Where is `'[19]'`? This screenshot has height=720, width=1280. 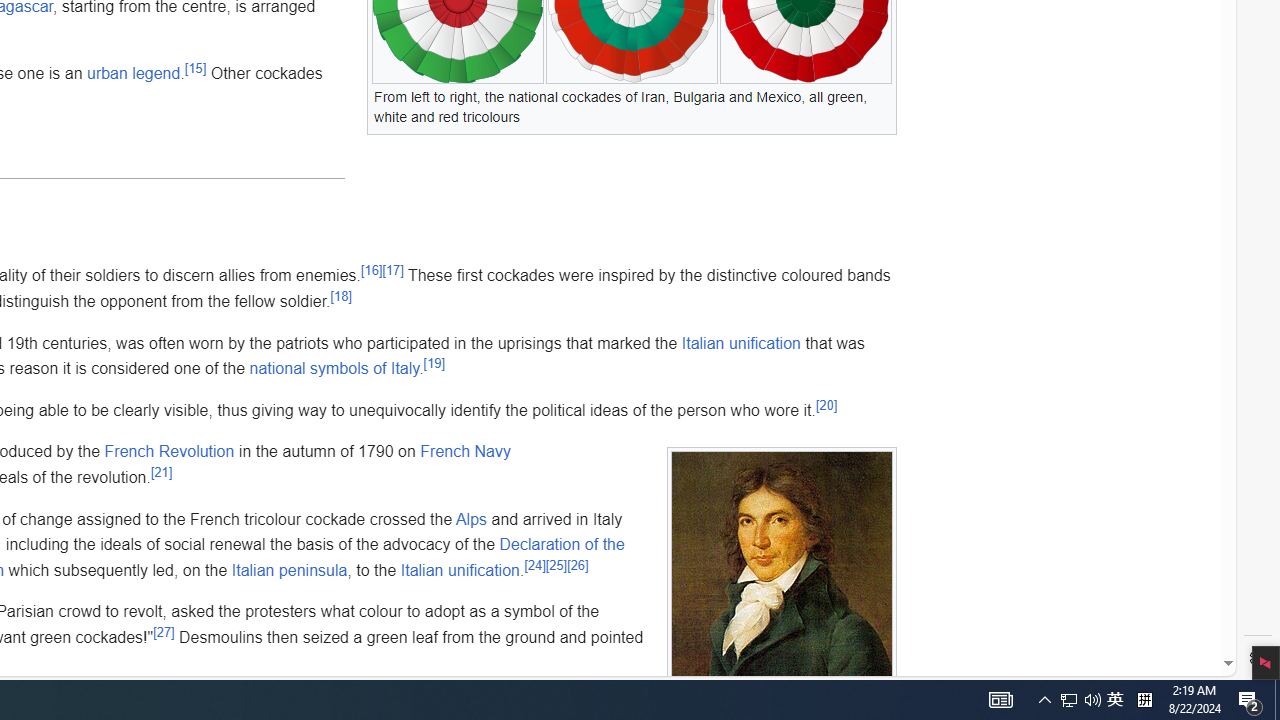
'[19]' is located at coordinates (432, 362).